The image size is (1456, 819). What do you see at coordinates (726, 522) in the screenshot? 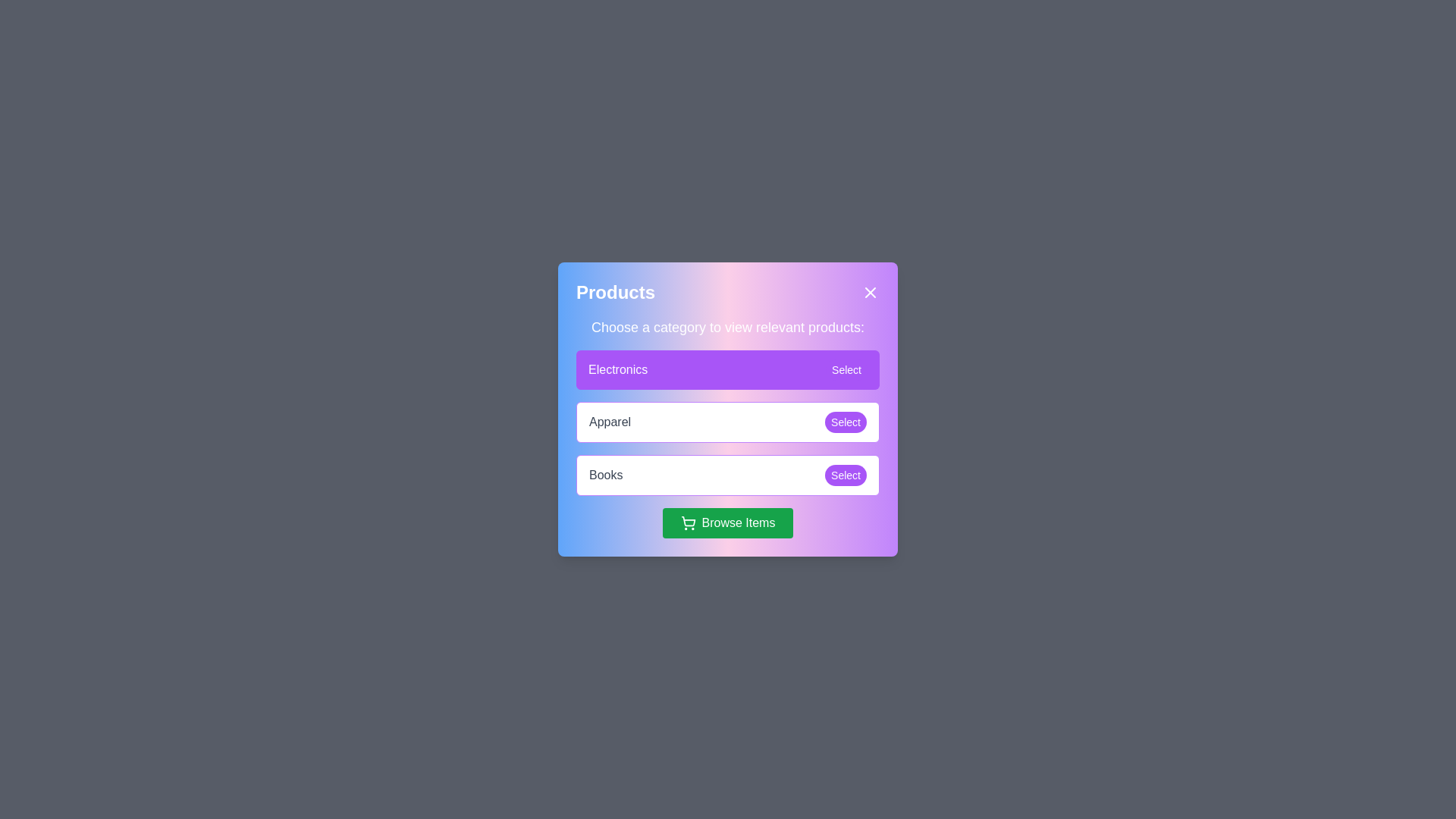
I see `'Browse Items' button to browse items in the selected category` at bounding box center [726, 522].